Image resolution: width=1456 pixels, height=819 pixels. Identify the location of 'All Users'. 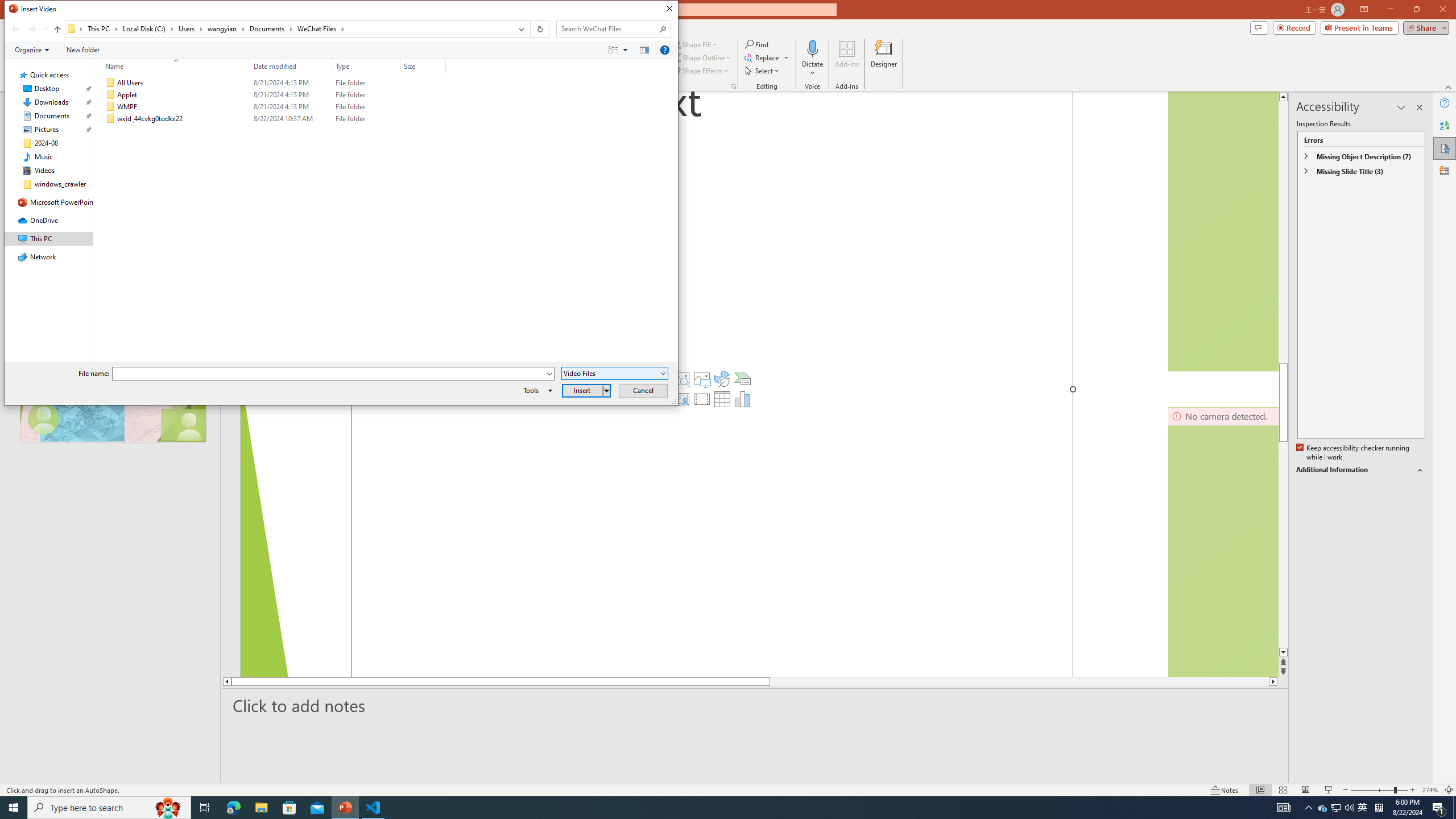
(274, 82).